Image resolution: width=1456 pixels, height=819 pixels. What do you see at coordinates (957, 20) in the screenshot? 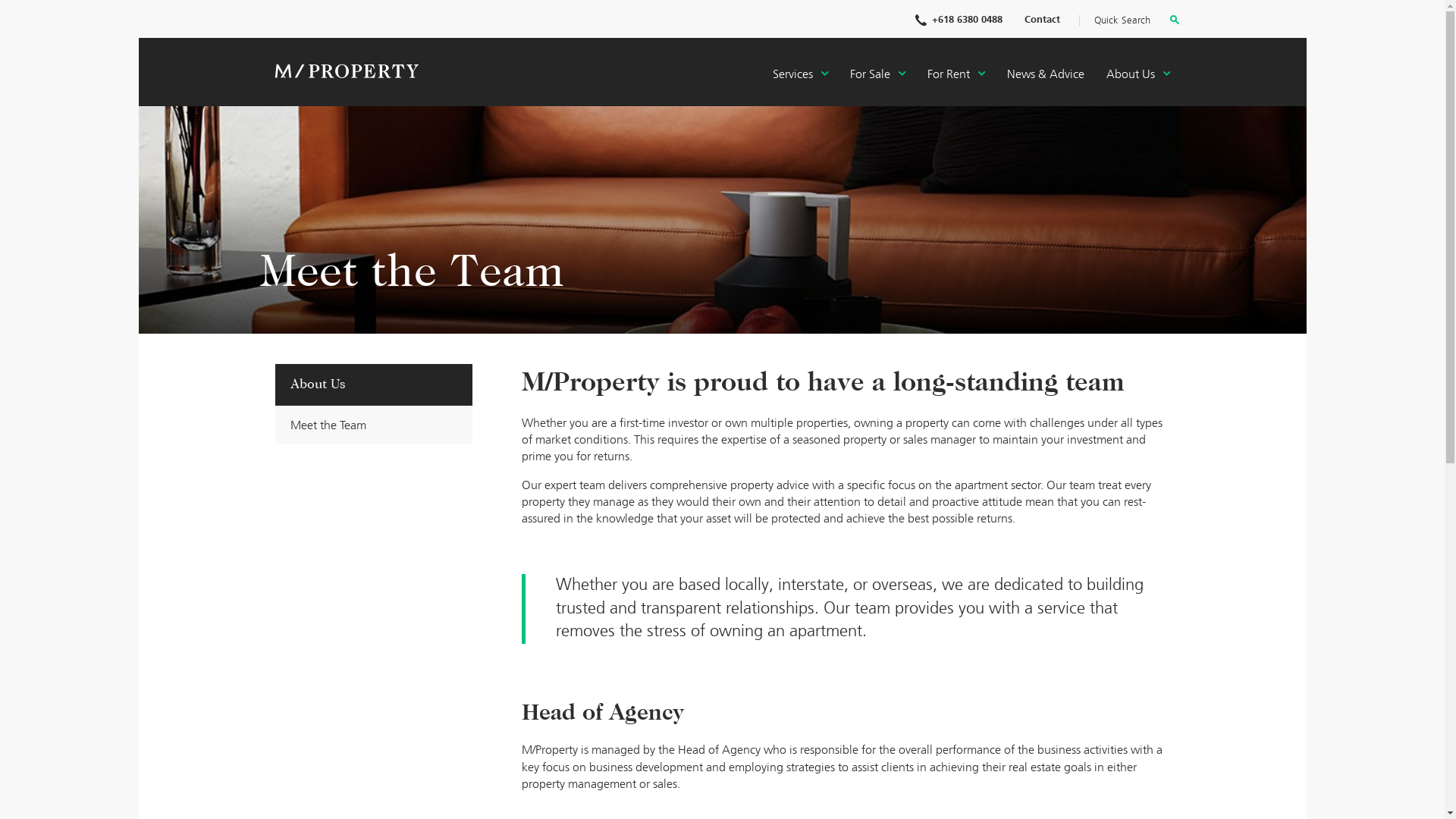
I see `'+618 6380 0488'` at bounding box center [957, 20].